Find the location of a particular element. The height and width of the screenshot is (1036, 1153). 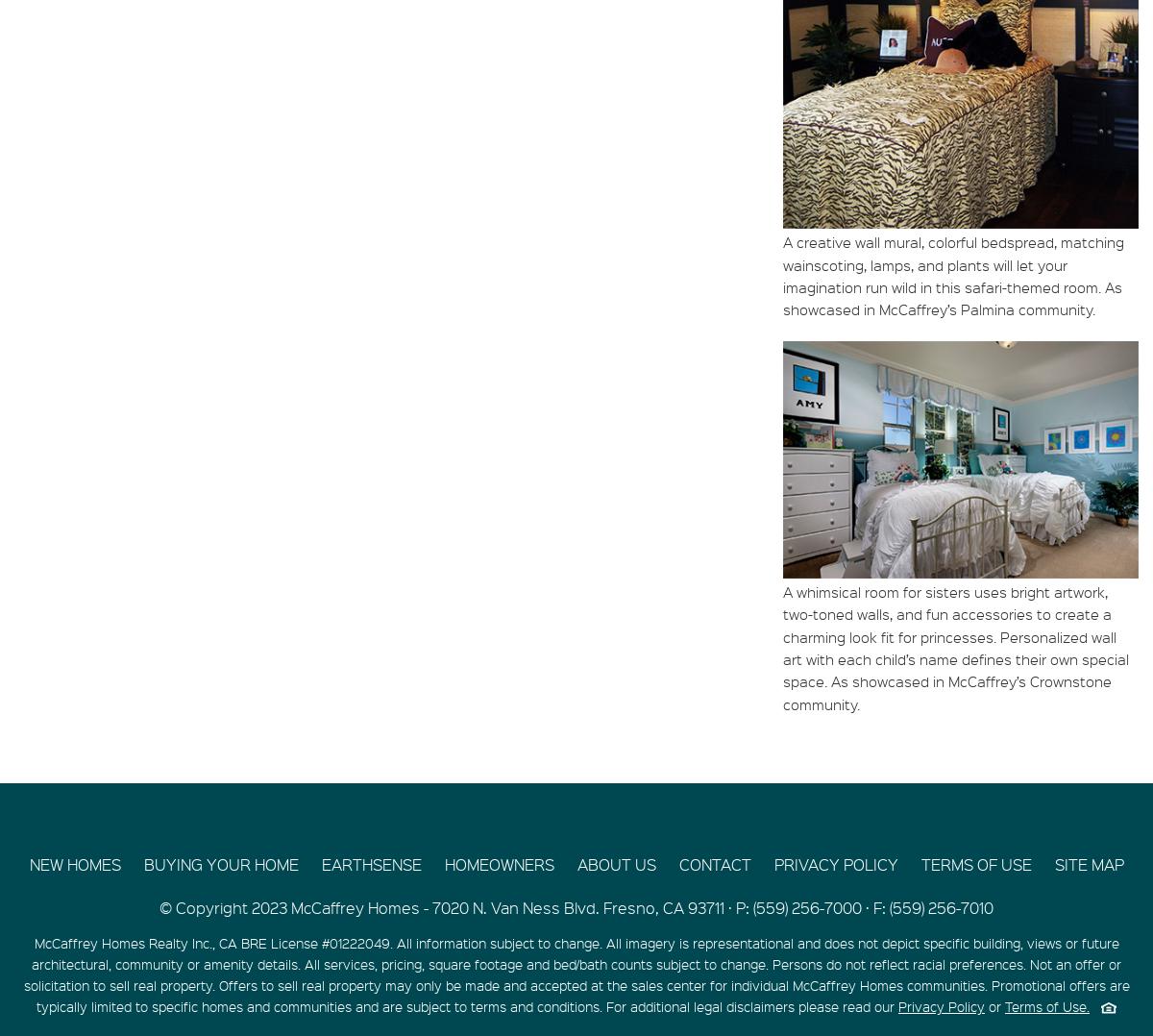

'McCaffrey Homes Realty Inc., CA BRE License #01222049. All information subject to change. All imagery is representational and does not depict specific building, views or future architectural, community or amenity details. All services, pricing, square footage and bed/bath counts subject to change. Persons do not reflect racial preferences. Not an offer or solicitation to sell real property. Offers to sell real property may only be made and accepted at the sales center for individual McCaffrey Homes communities. Promotional offers are typically limited to specific homes and communities and are subject to terms and conditions. For additional legal disclaimers please read our' is located at coordinates (575, 973).